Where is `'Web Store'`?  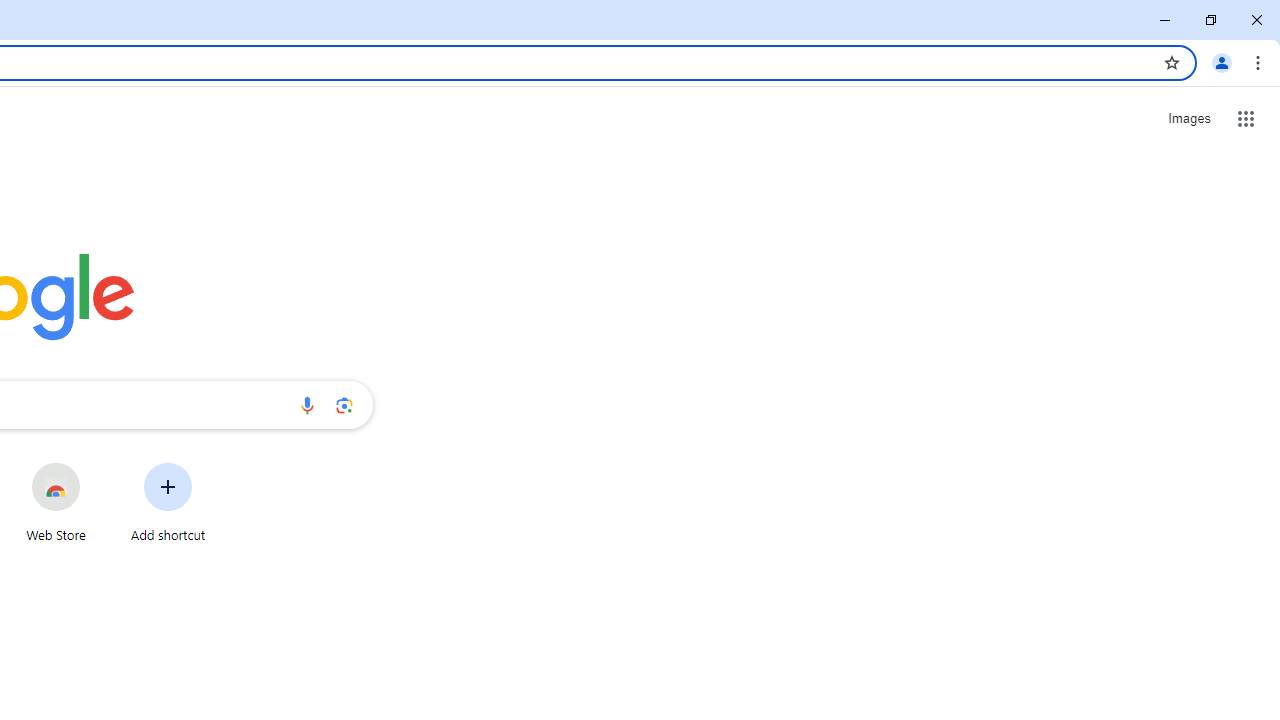 'Web Store' is located at coordinates (56, 501).